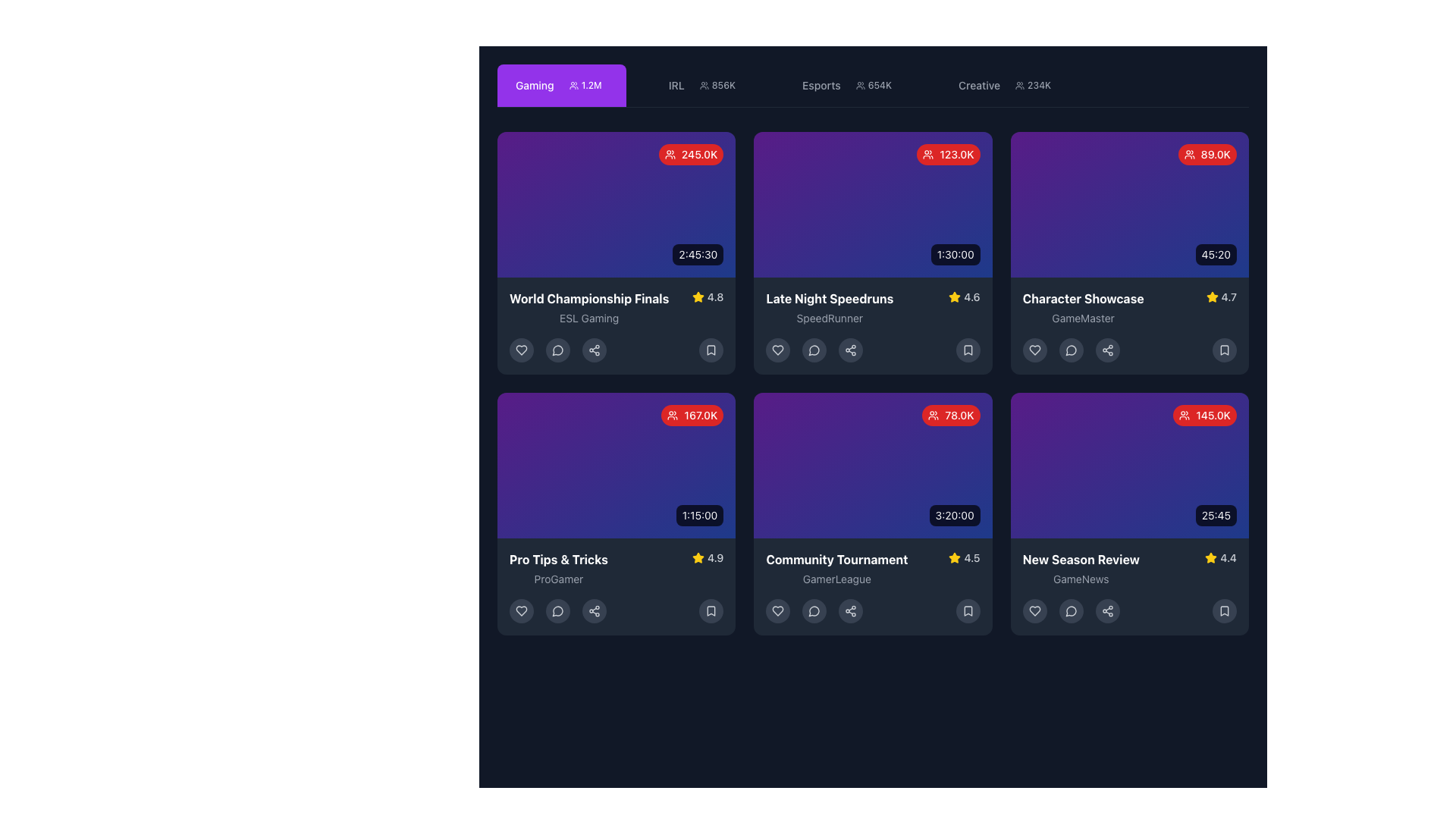 This screenshot has width=1456, height=819. Describe the element at coordinates (711, 350) in the screenshot. I see `the circular button with a dark-gray background and bookmark icon` at that location.